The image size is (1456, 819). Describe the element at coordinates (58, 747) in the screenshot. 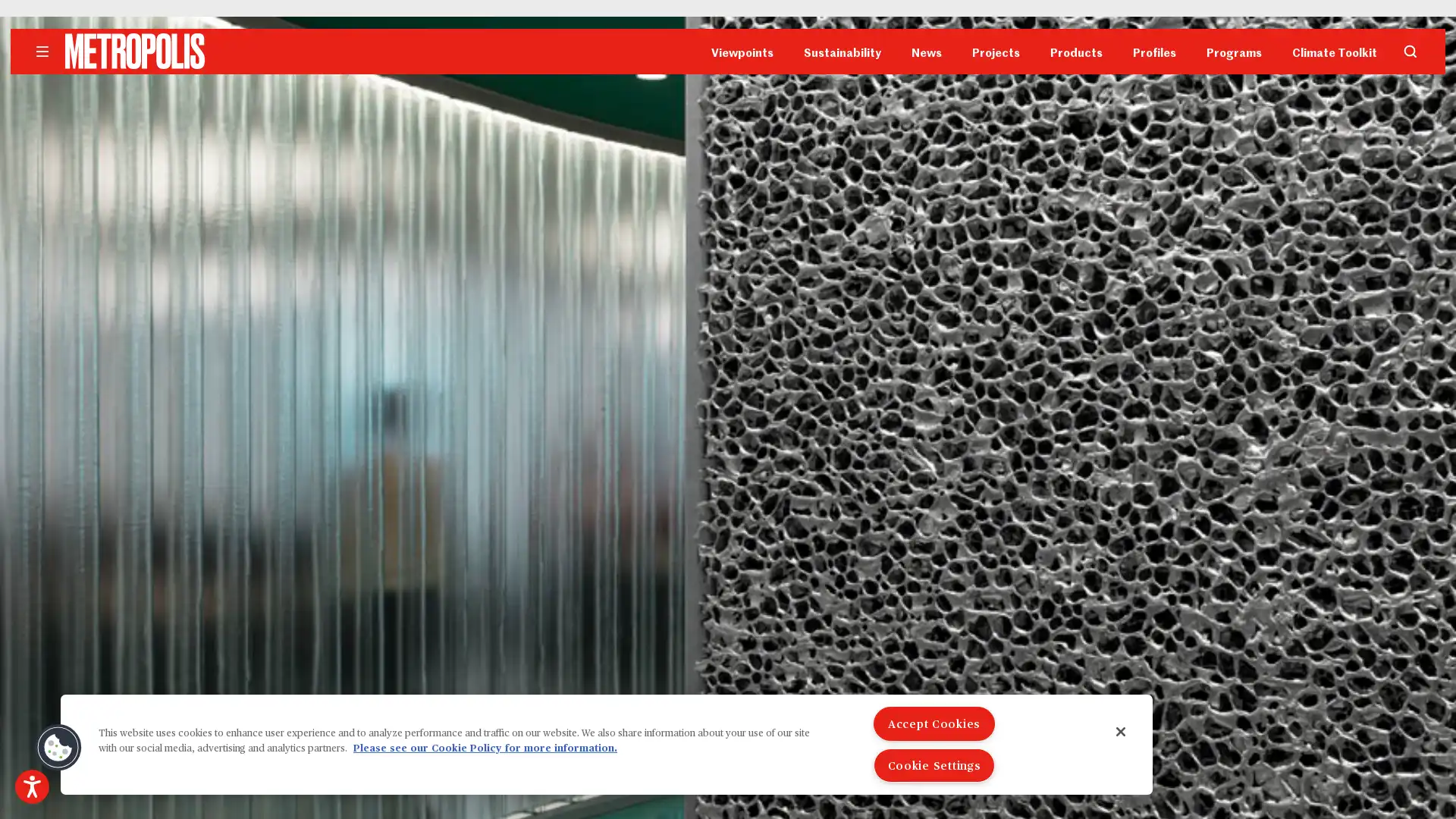

I see `Cookies` at that location.